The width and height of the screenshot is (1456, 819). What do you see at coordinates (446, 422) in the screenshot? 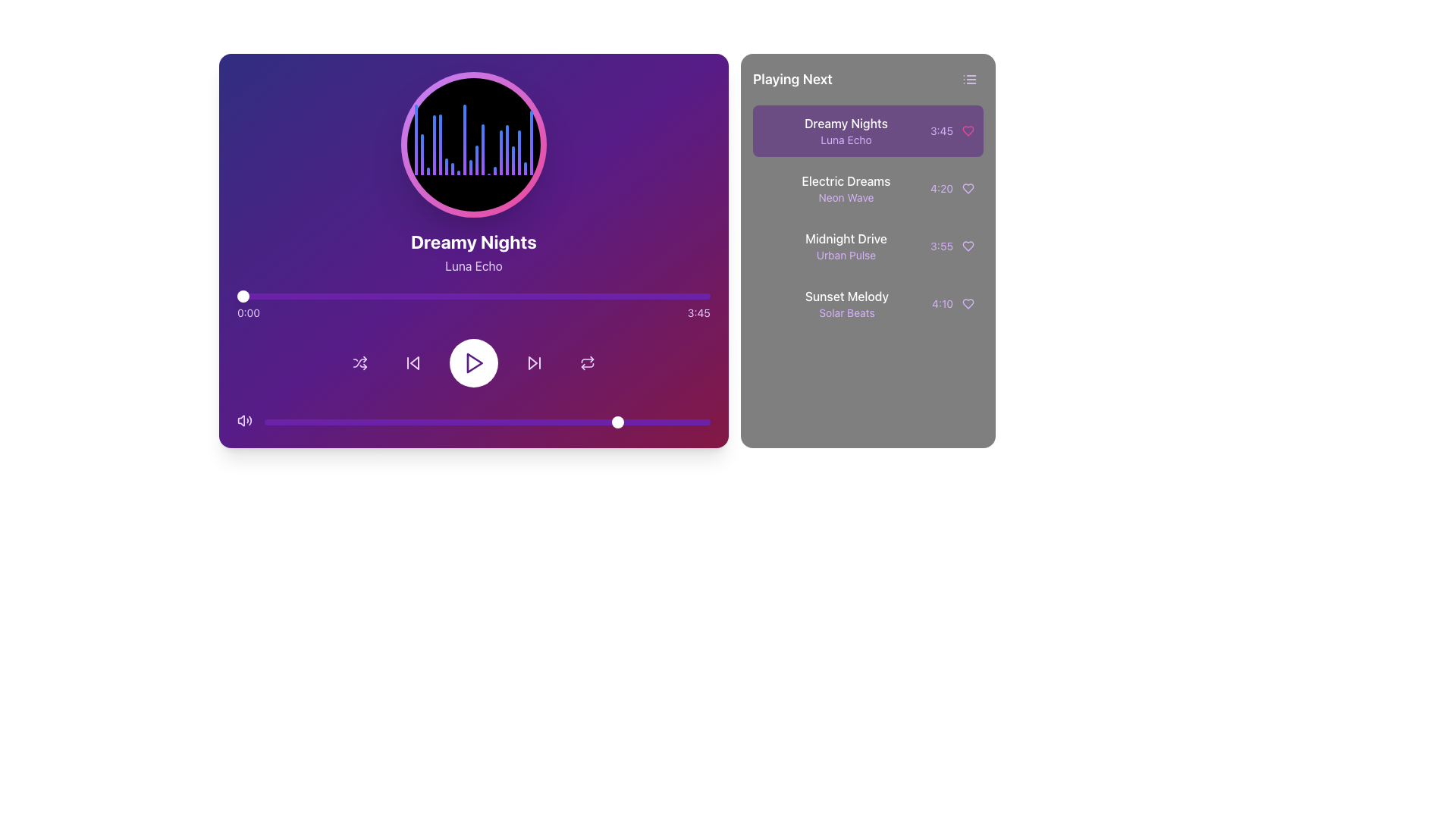
I see `slider value` at bounding box center [446, 422].